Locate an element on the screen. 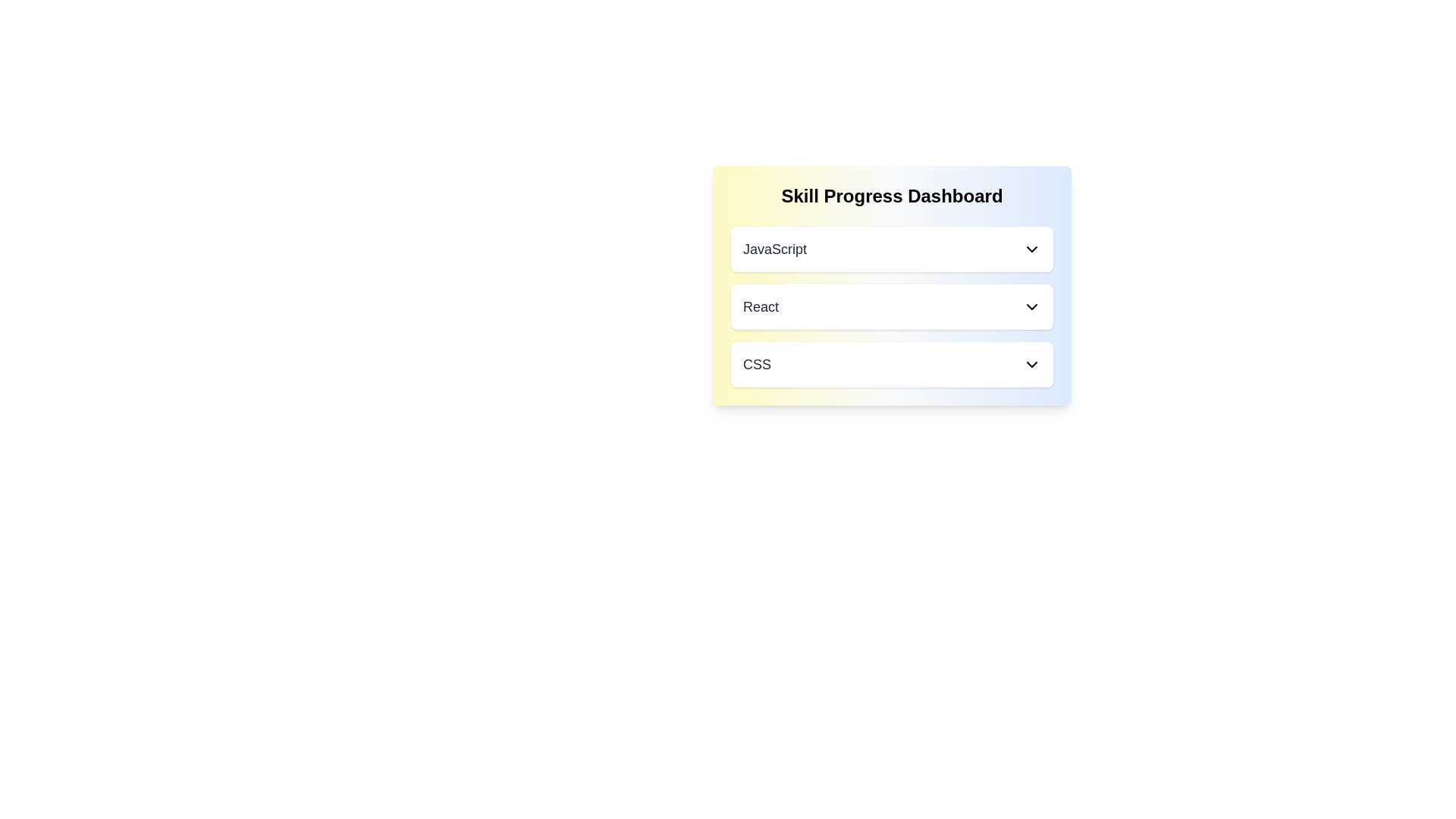 The height and width of the screenshot is (819, 1456). the 'React' text label, which serves as a title within the dropdown component, located in the middle section of the list-like structure is located at coordinates (761, 307).